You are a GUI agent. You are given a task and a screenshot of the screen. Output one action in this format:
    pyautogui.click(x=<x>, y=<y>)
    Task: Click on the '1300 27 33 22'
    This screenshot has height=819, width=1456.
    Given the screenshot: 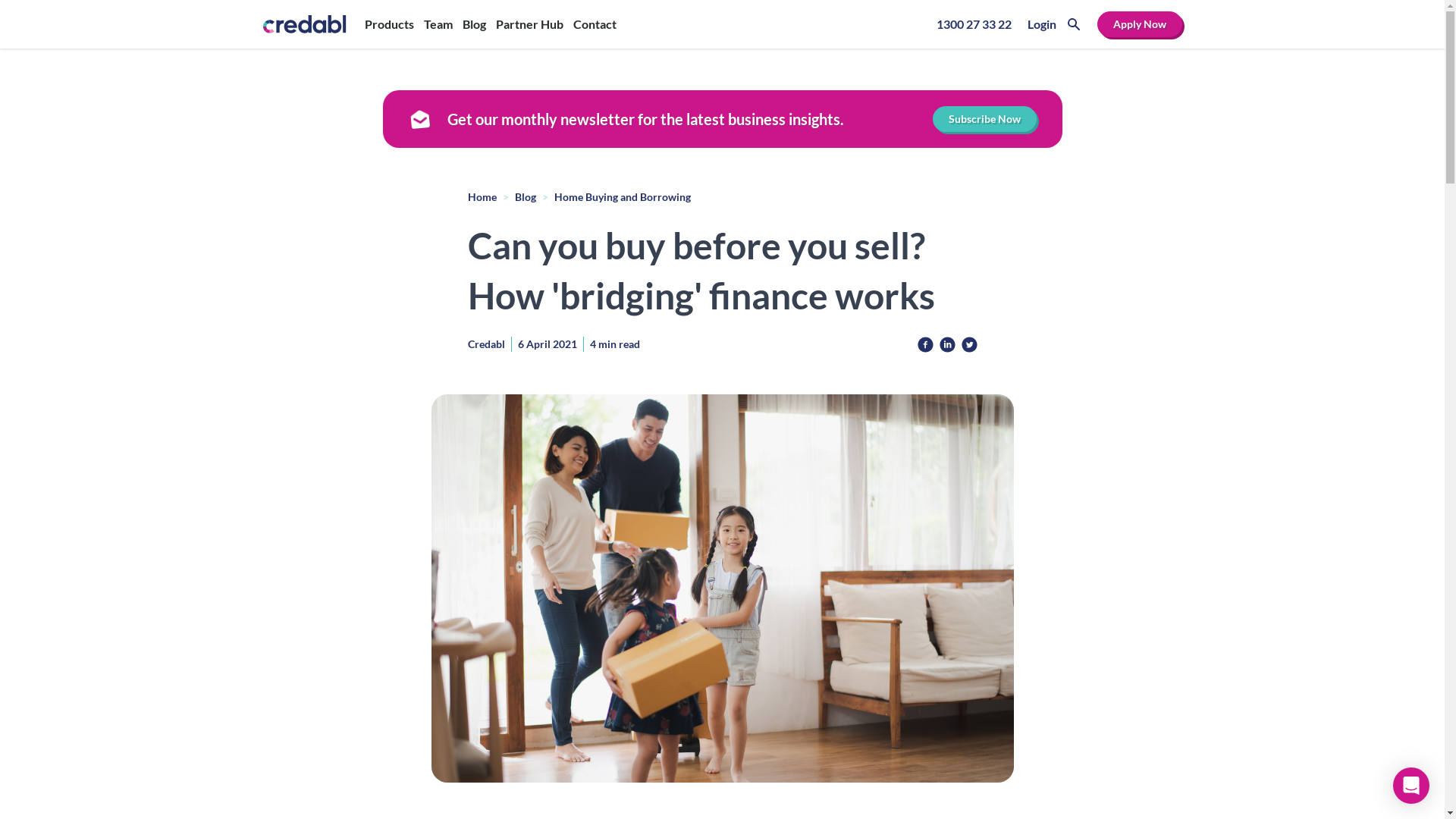 What is the action you would take?
    pyautogui.click(x=973, y=24)
    